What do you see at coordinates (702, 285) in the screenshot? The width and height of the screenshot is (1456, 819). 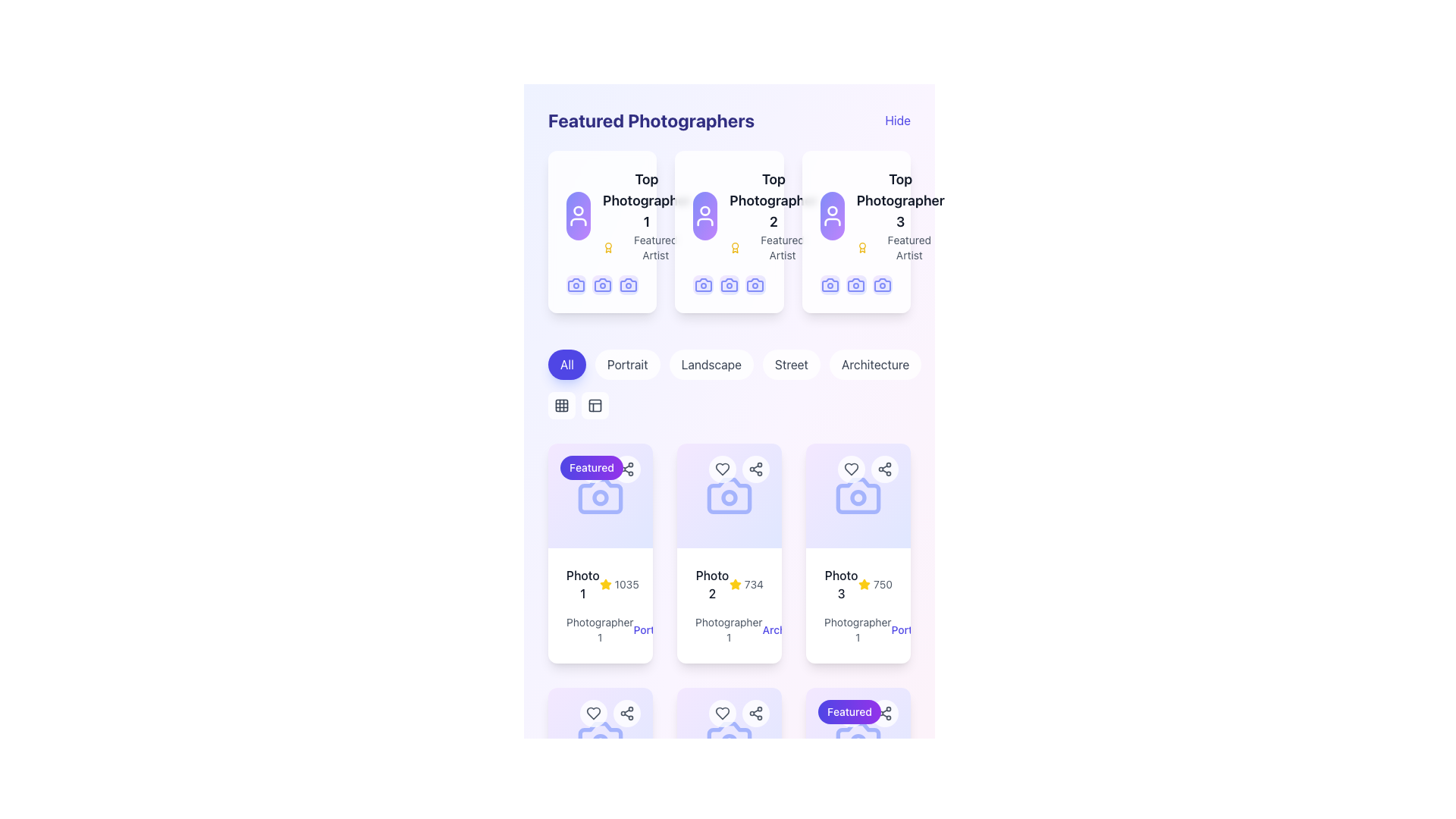 I see `the square button with rounded corners and a gradient background featuring a camera icon, located on the second card in the 'Featured Photographers' section beneath 'Top Photographer 2.'` at bounding box center [702, 285].